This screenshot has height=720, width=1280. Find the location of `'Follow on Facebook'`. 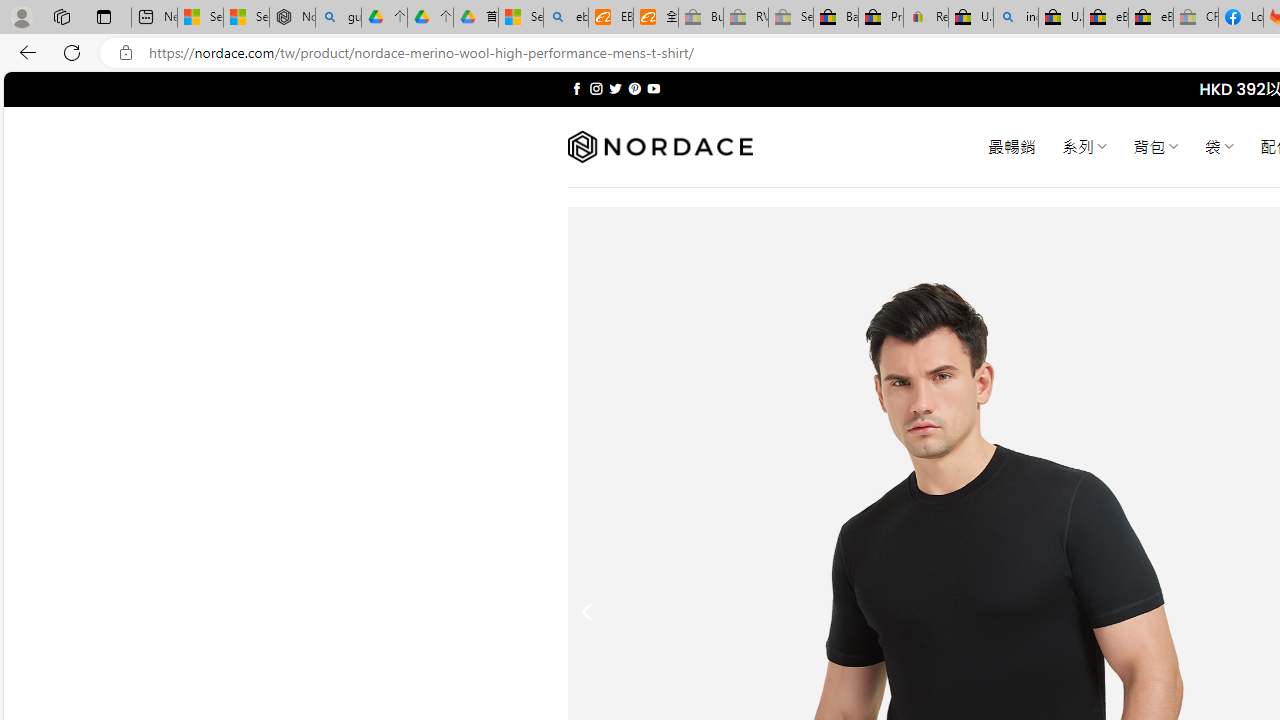

'Follow on Facebook' is located at coordinates (576, 88).